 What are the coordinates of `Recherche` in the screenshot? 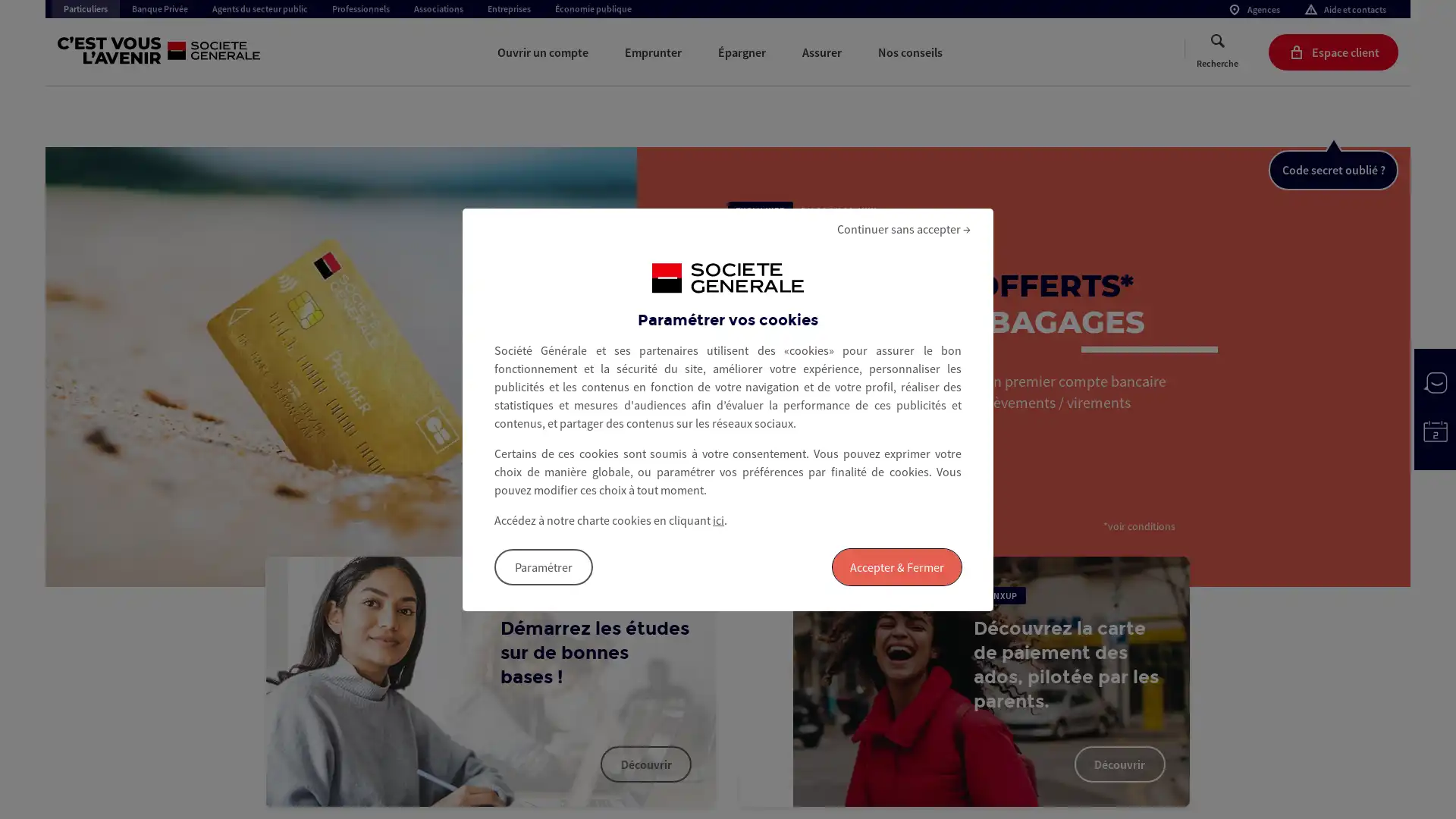 It's located at (1217, 51).